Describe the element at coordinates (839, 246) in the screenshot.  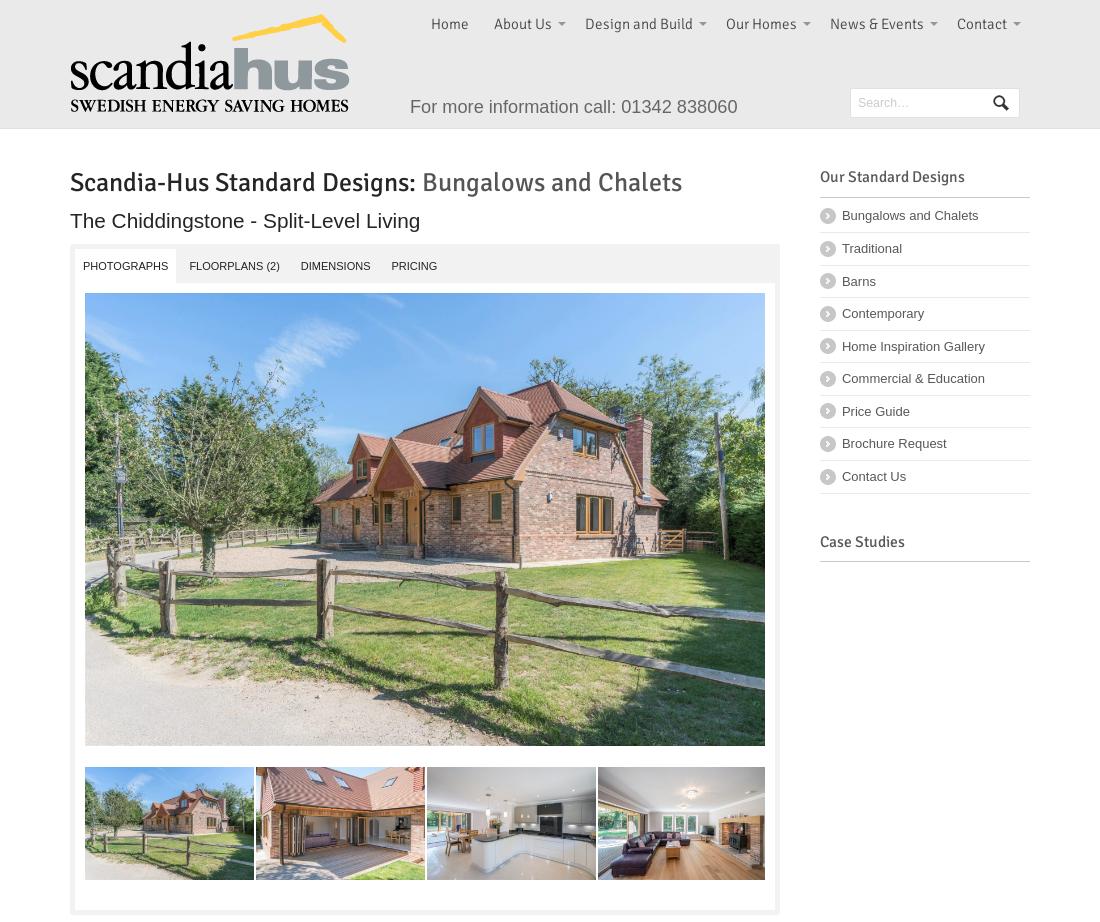
I see `'Traditional'` at that location.